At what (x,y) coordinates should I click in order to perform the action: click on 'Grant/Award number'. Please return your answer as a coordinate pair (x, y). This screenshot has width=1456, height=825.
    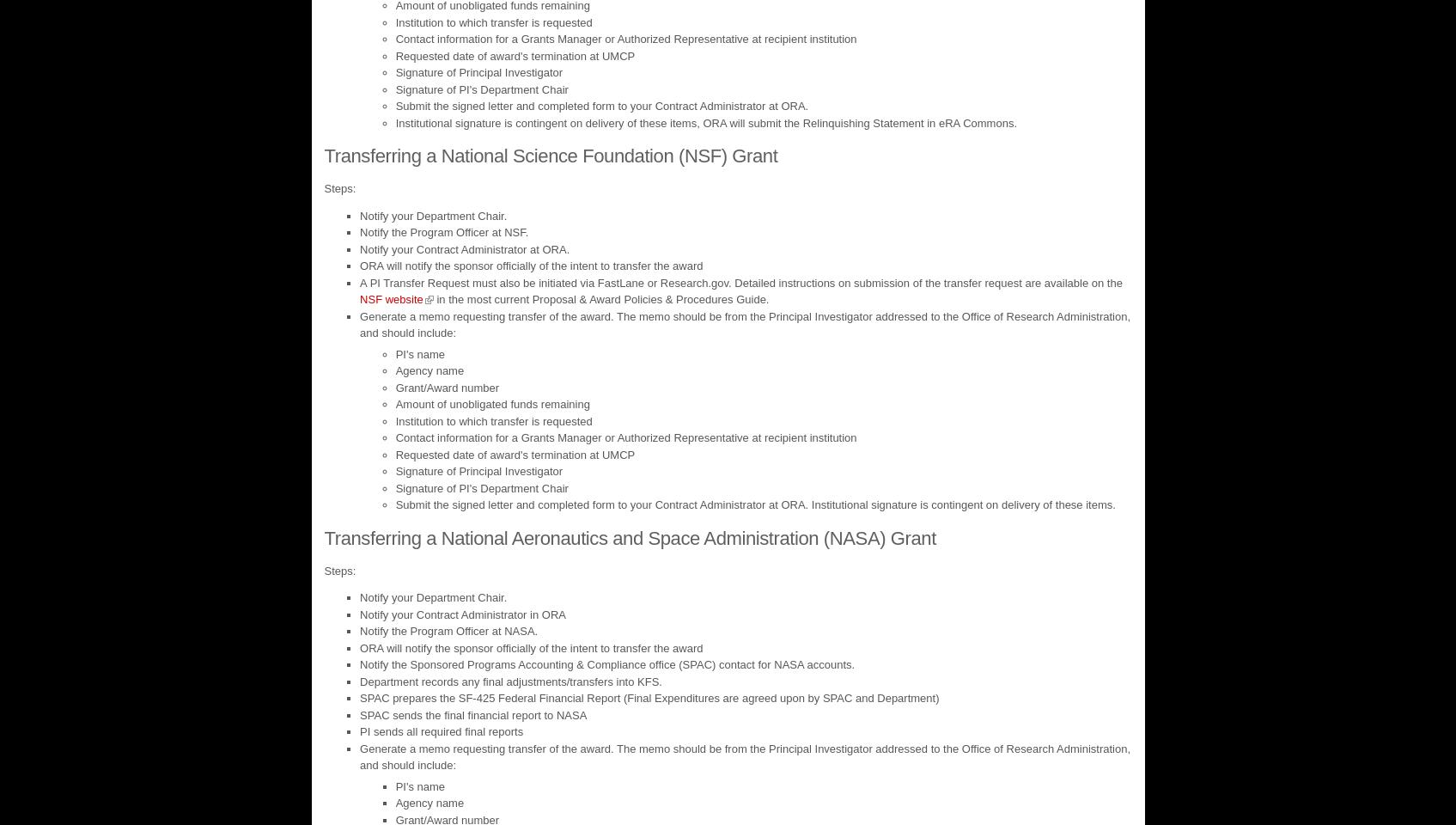
    Looking at the image, I should click on (446, 387).